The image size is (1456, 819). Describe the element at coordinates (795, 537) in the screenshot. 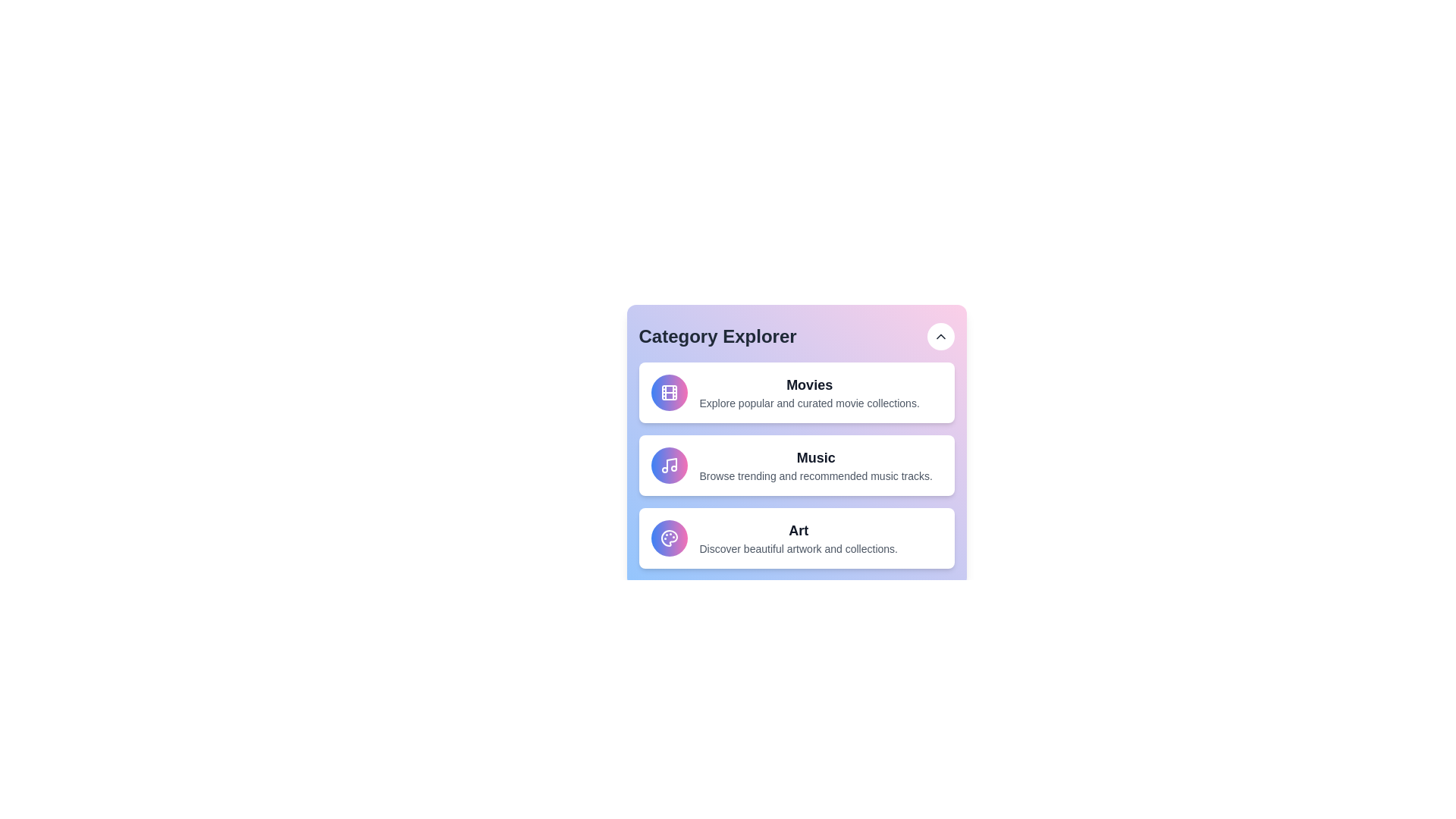

I see `the 'Art' category list item` at that location.